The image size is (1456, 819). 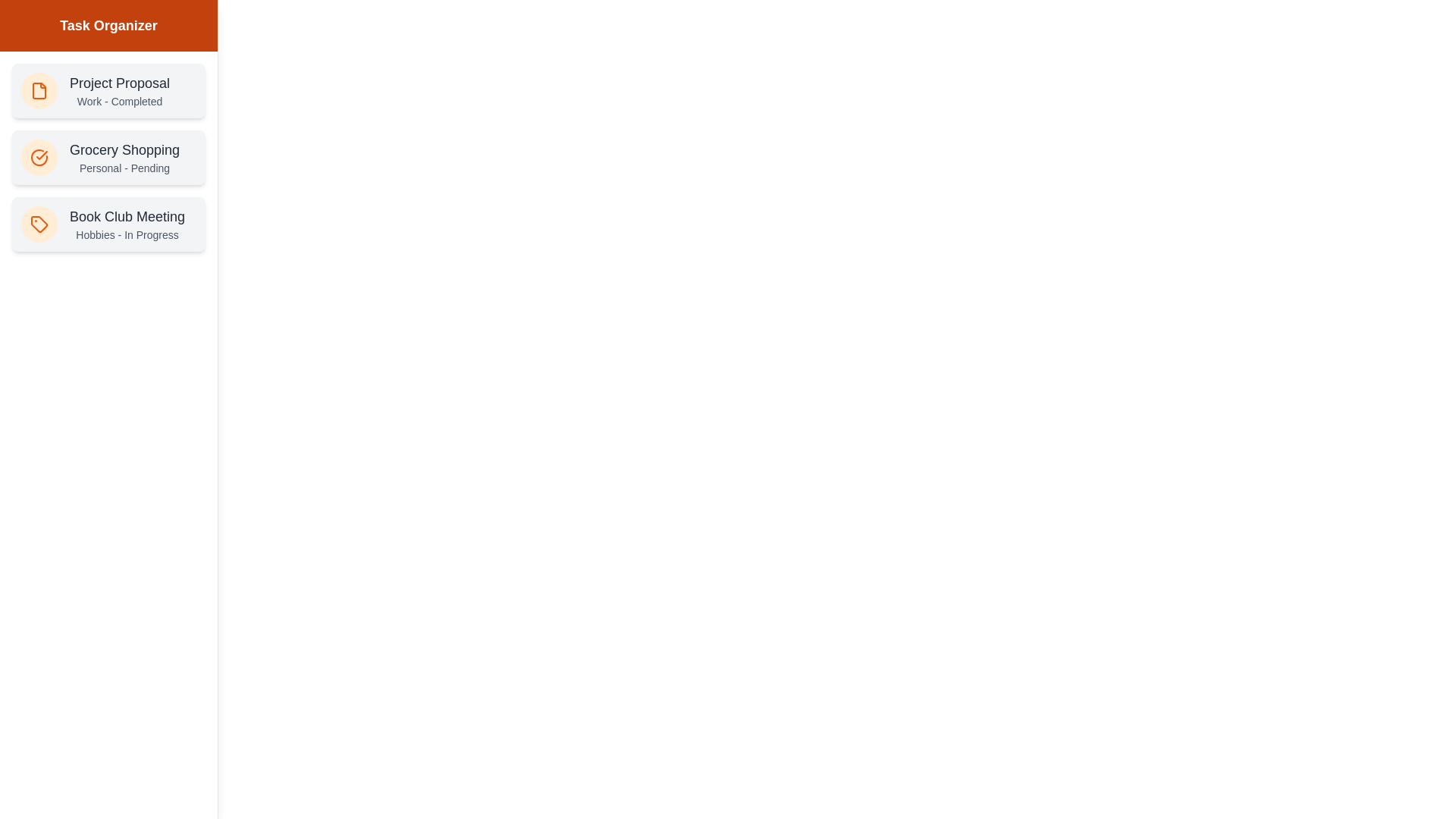 I want to click on the toggle button at the top-left to toggle the drawer, so click(x=33, y=33).